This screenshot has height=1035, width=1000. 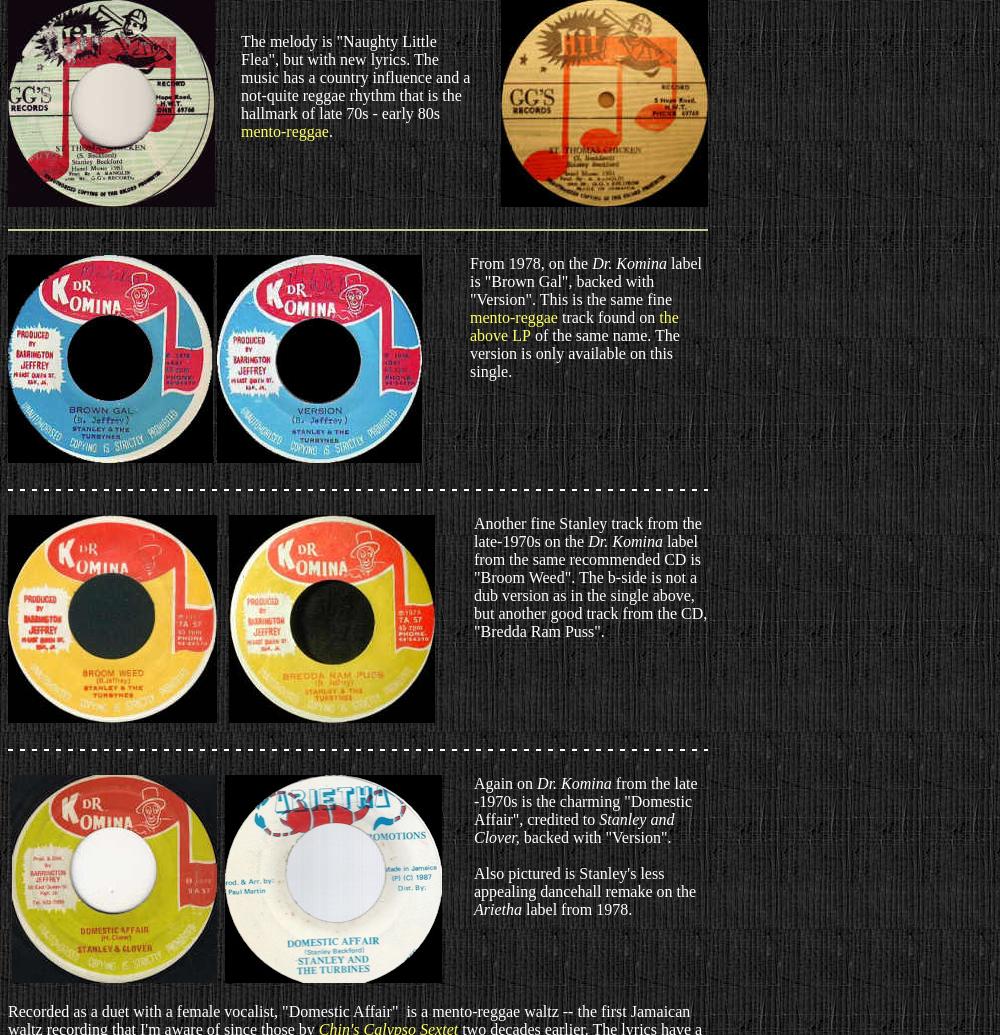 What do you see at coordinates (573, 326) in the screenshot?
I see `'the above LP'` at bounding box center [573, 326].